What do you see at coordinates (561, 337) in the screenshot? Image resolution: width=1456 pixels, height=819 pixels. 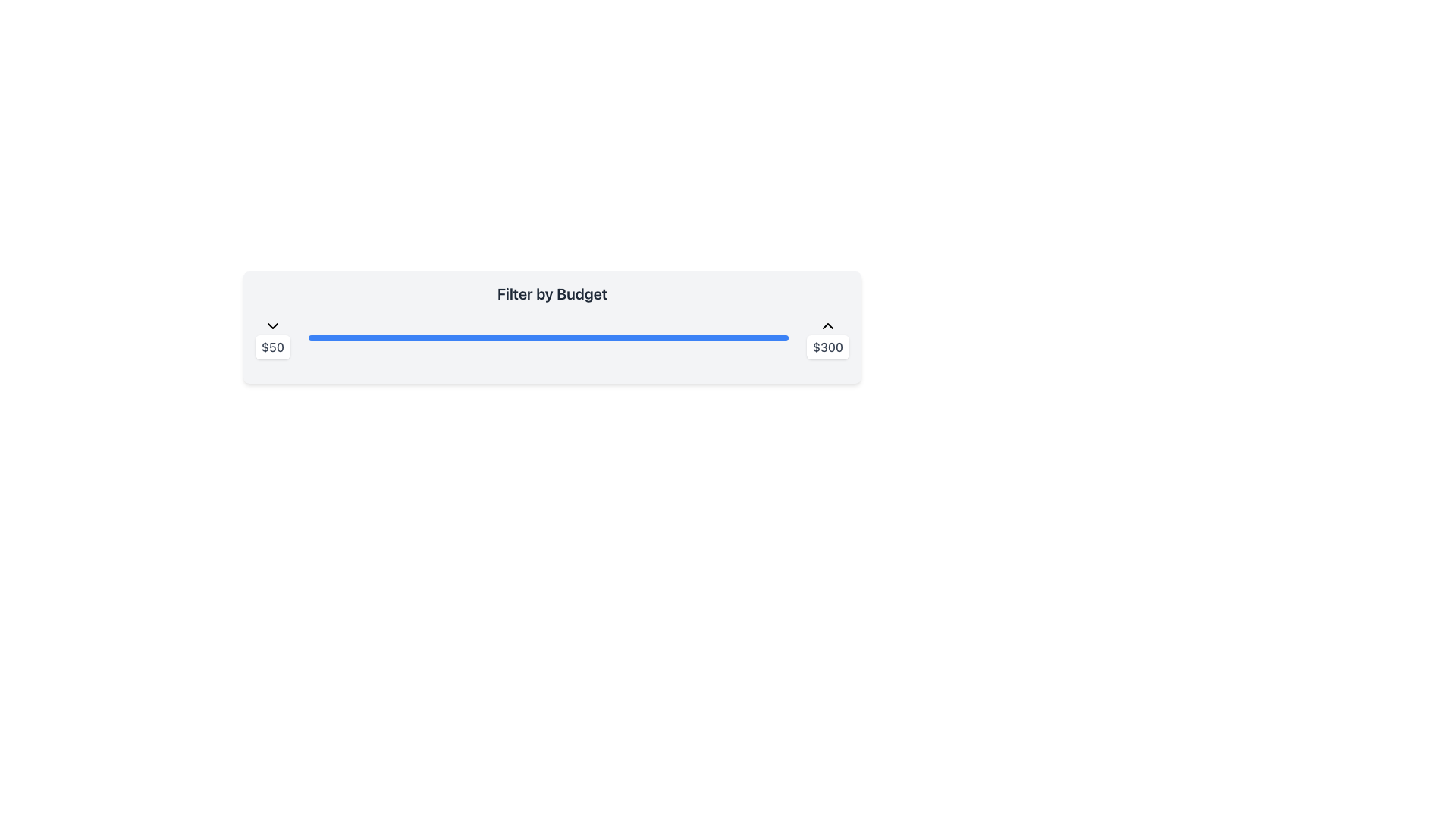 I see `the slider value` at bounding box center [561, 337].